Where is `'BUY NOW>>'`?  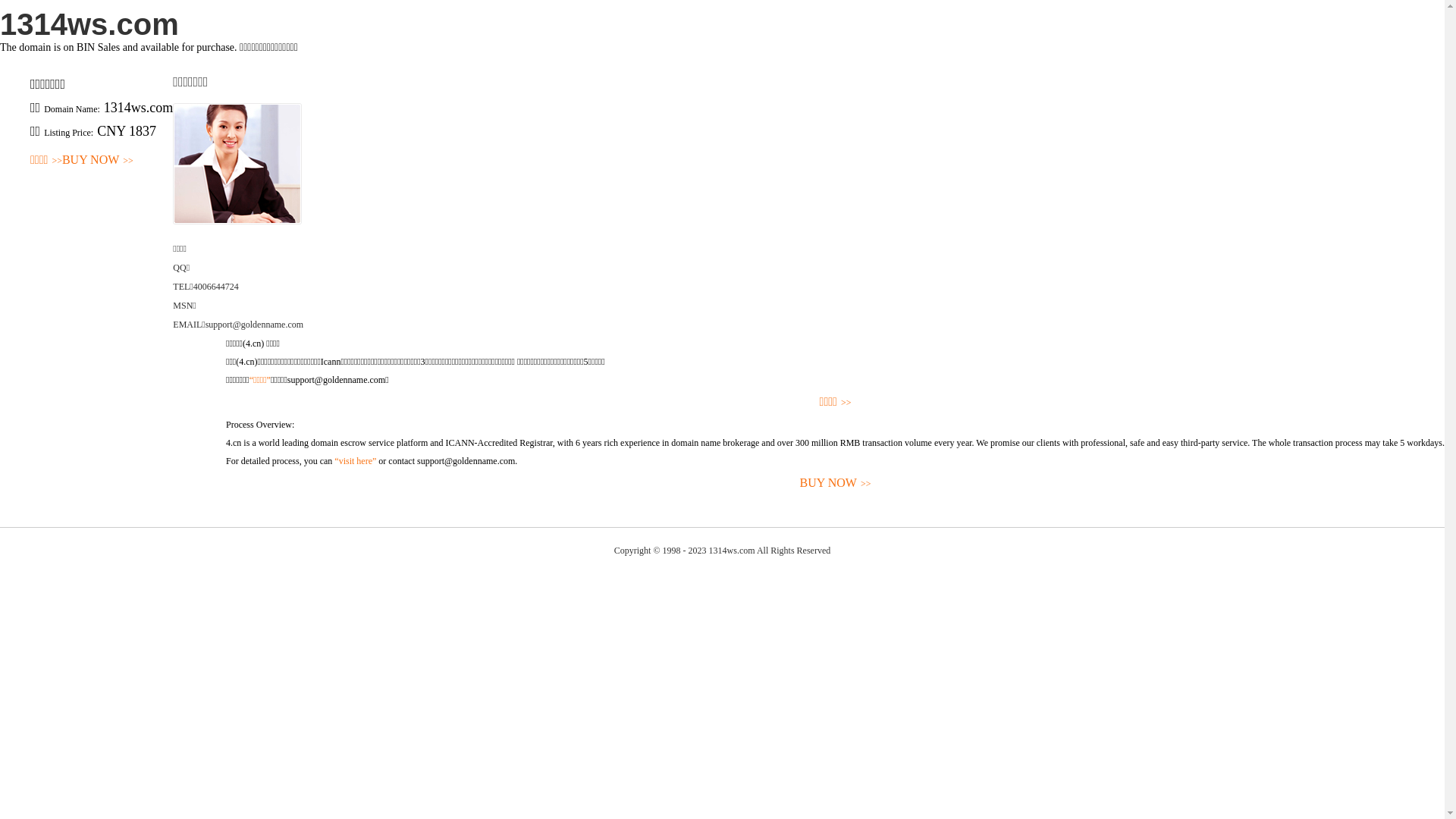 'BUY NOW>>' is located at coordinates (224, 483).